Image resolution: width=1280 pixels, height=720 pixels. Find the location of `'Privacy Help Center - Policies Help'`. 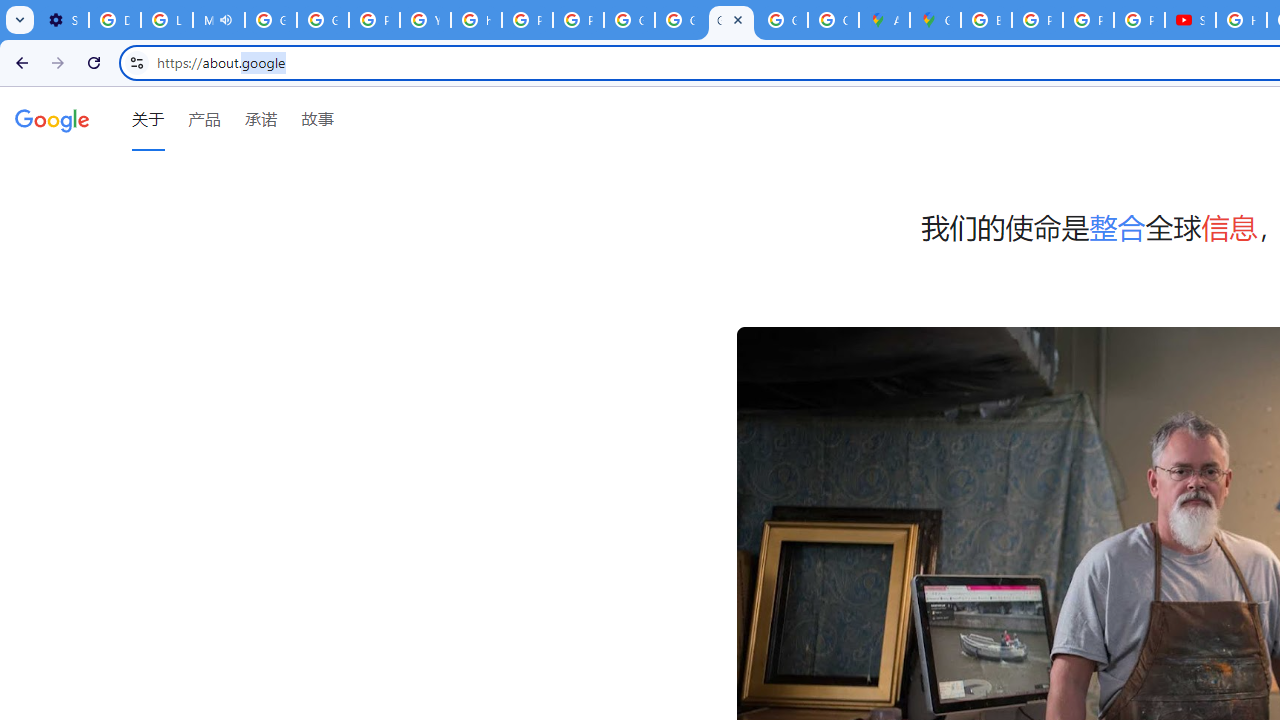

'Privacy Help Center - Policies Help' is located at coordinates (1038, 20).